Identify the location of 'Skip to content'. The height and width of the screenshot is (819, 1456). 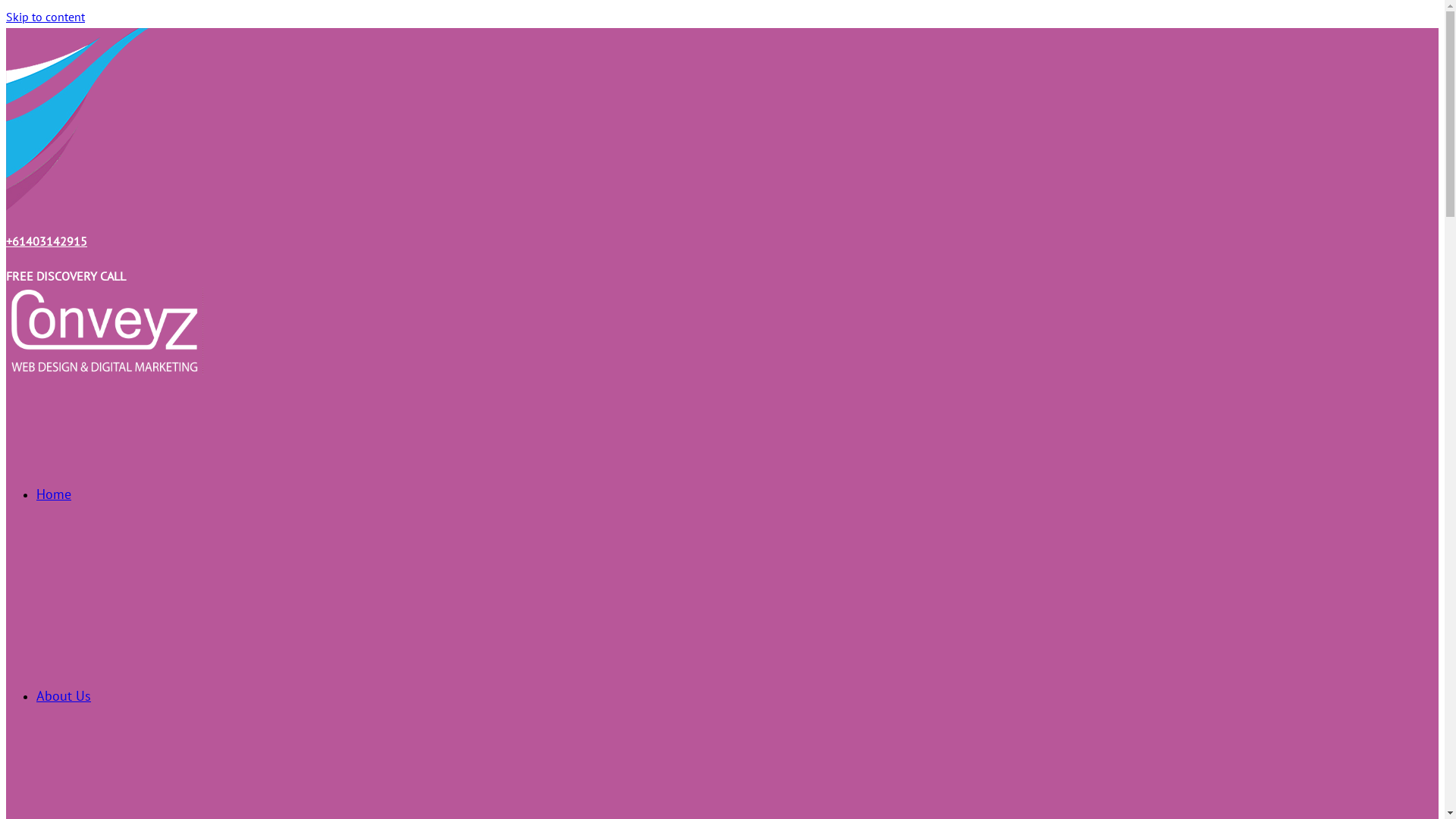
(45, 17).